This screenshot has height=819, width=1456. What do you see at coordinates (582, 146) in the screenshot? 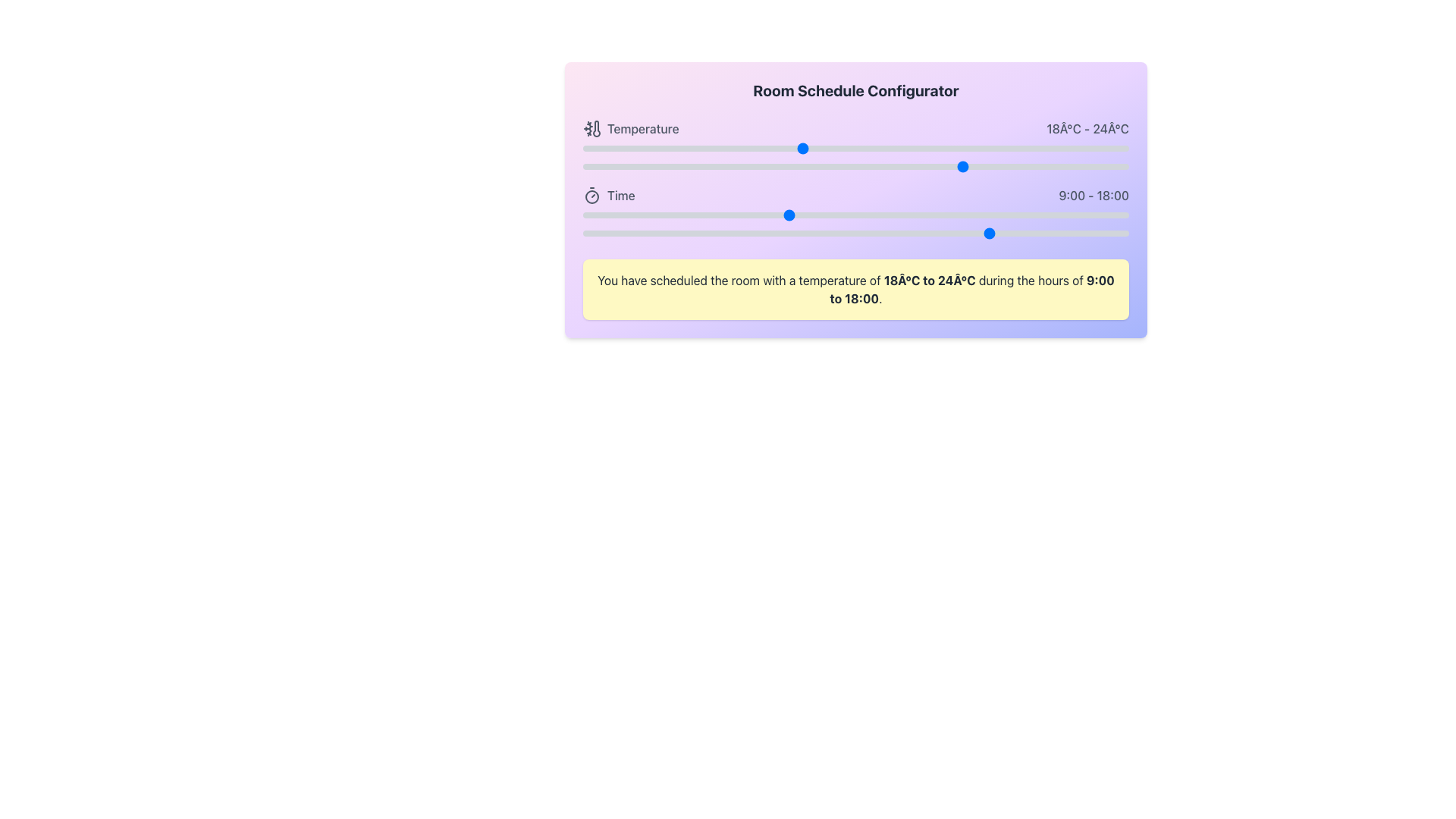
I see `the slider` at bounding box center [582, 146].